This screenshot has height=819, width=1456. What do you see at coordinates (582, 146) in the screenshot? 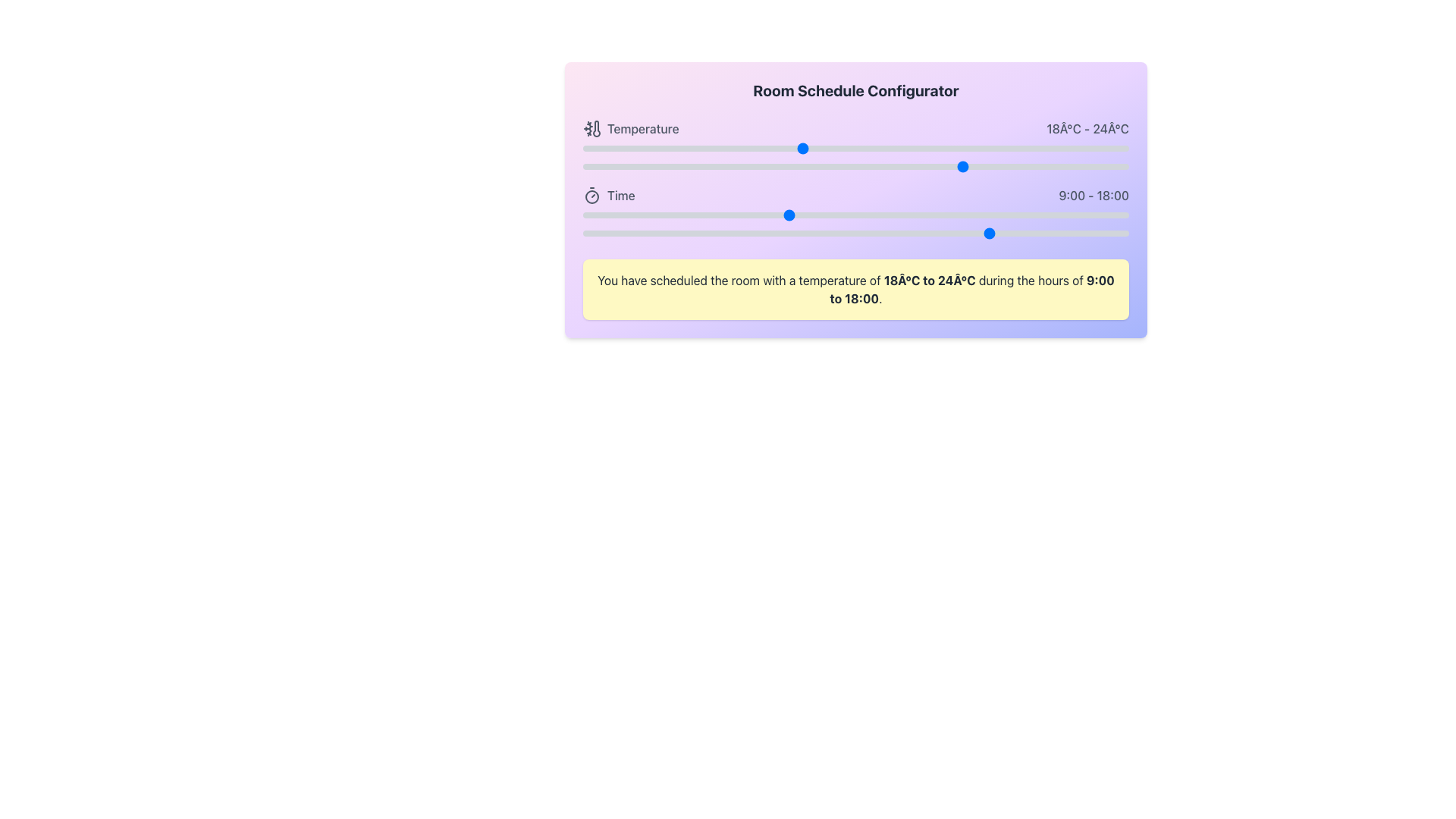
I see `the slider` at bounding box center [582, 146].